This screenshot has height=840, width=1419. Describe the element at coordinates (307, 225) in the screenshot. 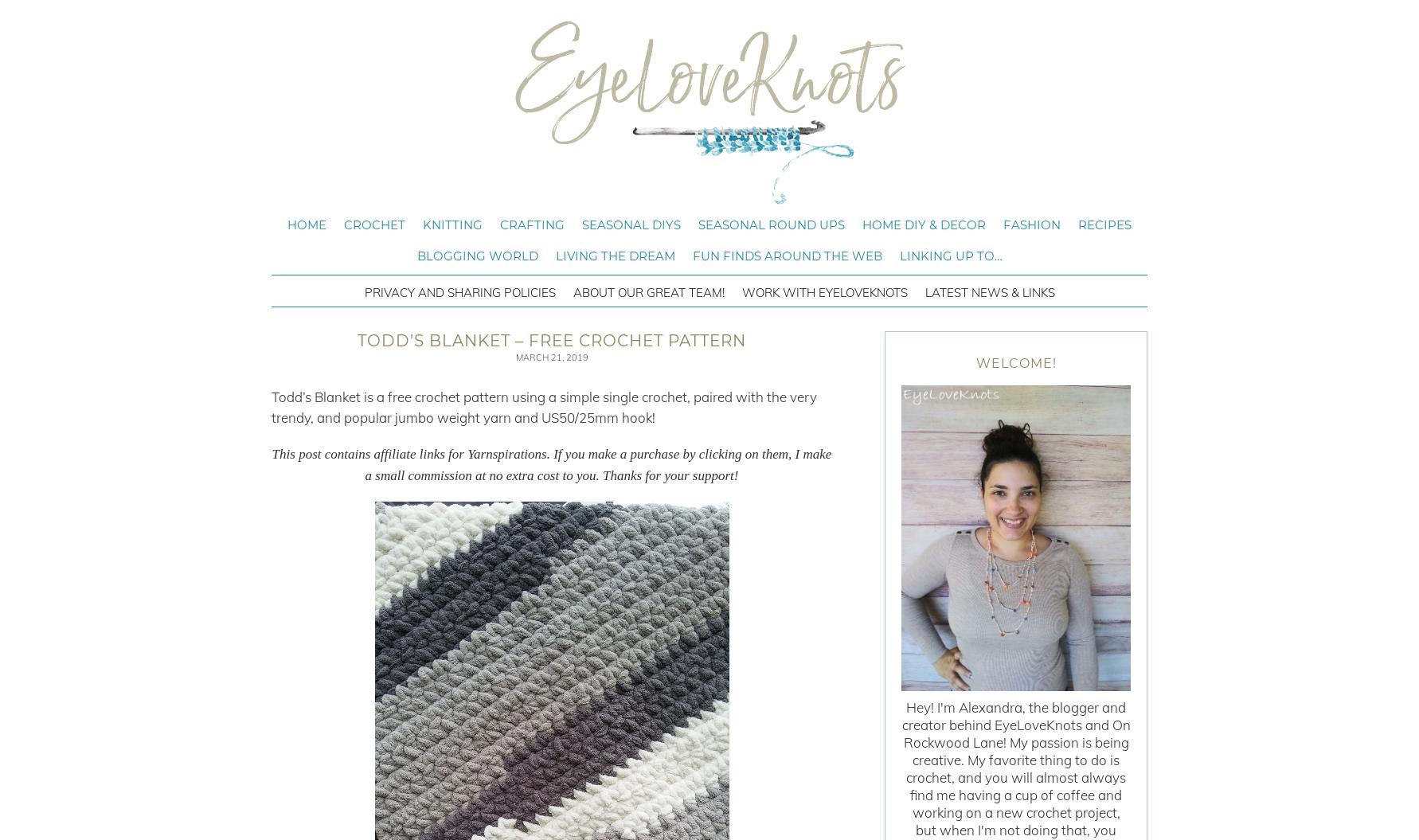

I see `'Home'` at that location.